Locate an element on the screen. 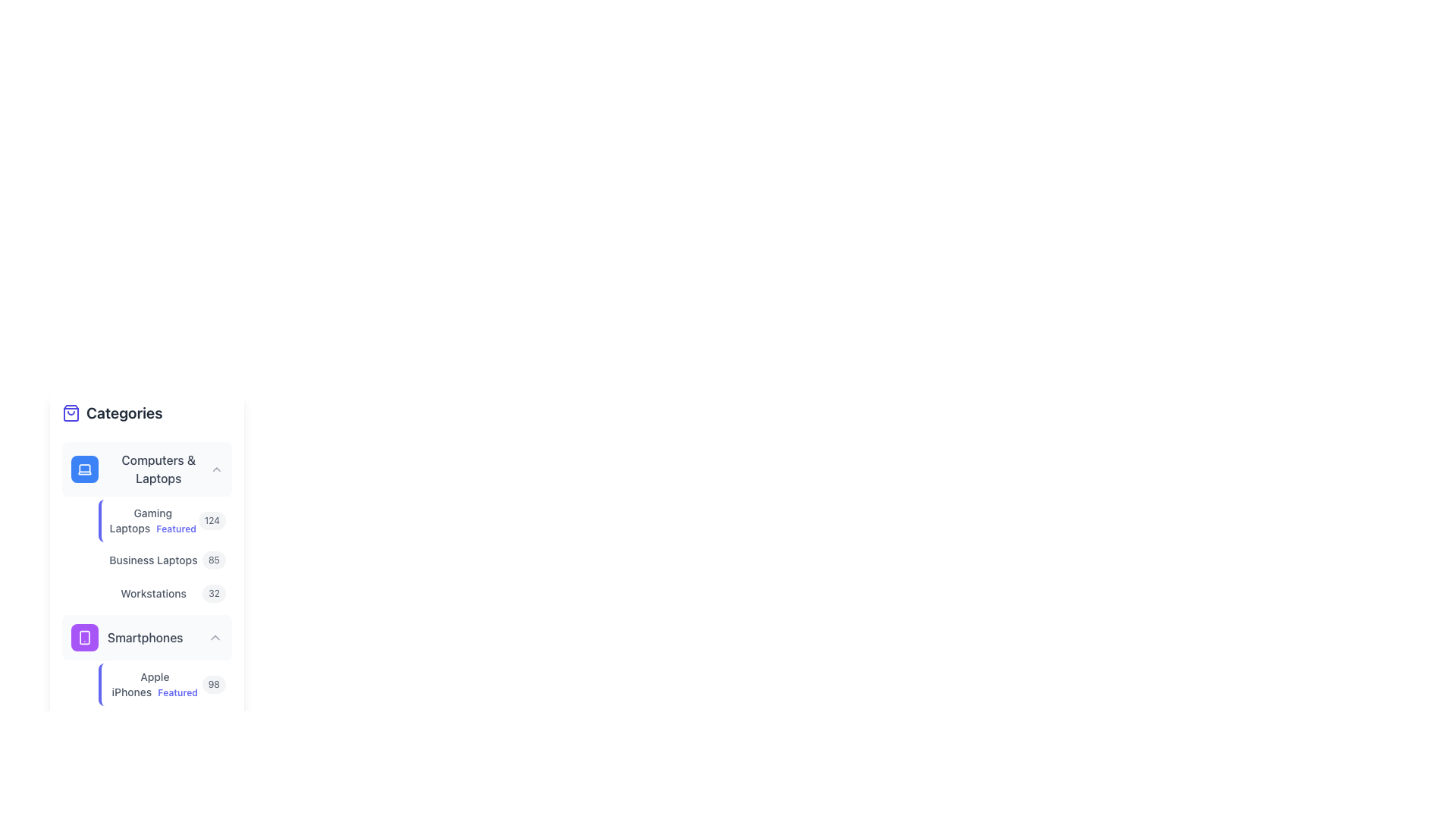 The image size is (1456, 819). the 'Apple iPhones' navigation link, which is the first entry in the Smartphones category list located in the upper section of the left sidebar is located at coordinates (165, 684).